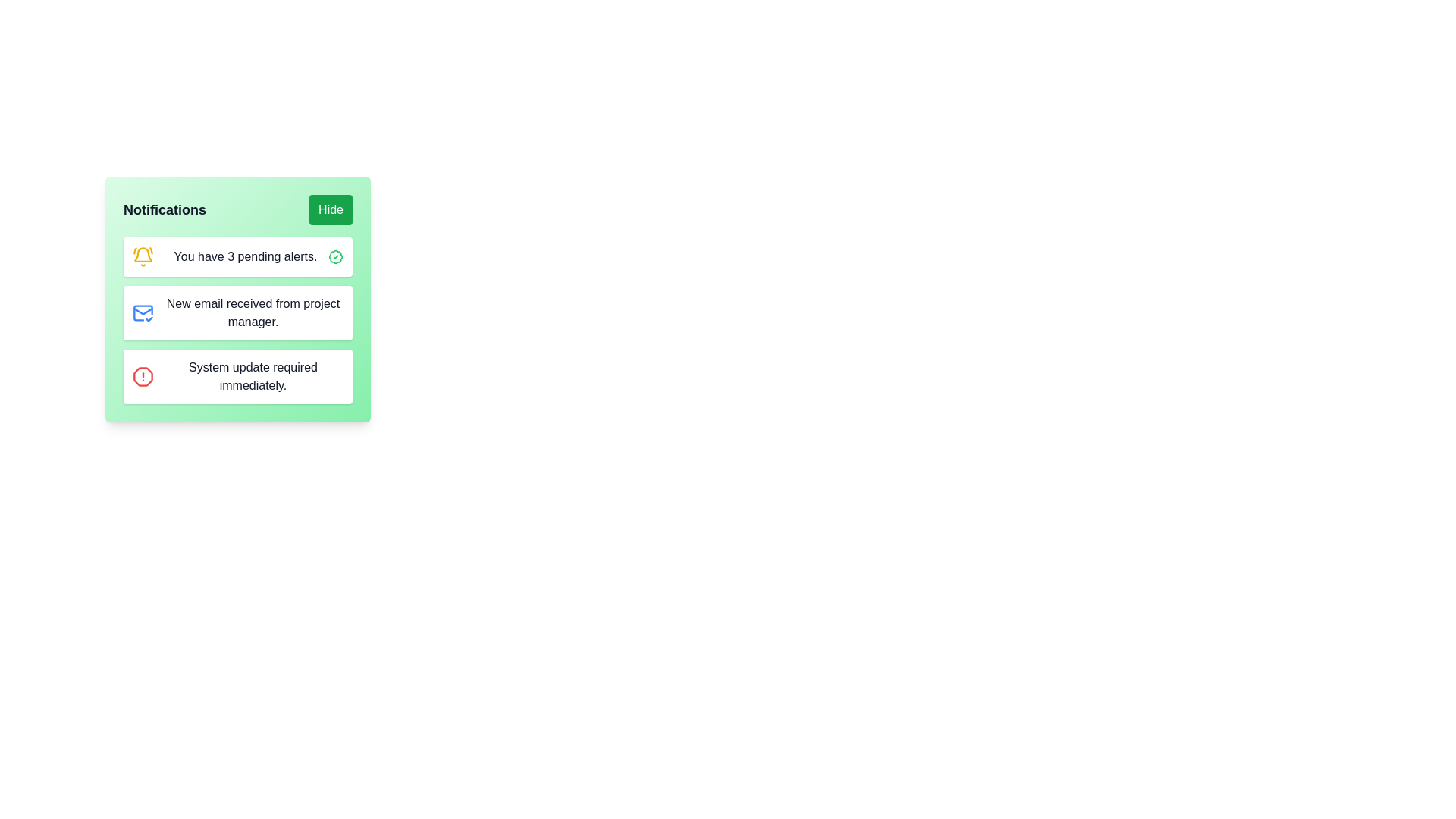 The width and height of the screenshot is (1456, 819). What do you see at coordinates (334, 256) in the screenshot?
I see `the green circular decorative SVG graphic element located at the top-right area of the notification panel` at bounding box center [334, 256].